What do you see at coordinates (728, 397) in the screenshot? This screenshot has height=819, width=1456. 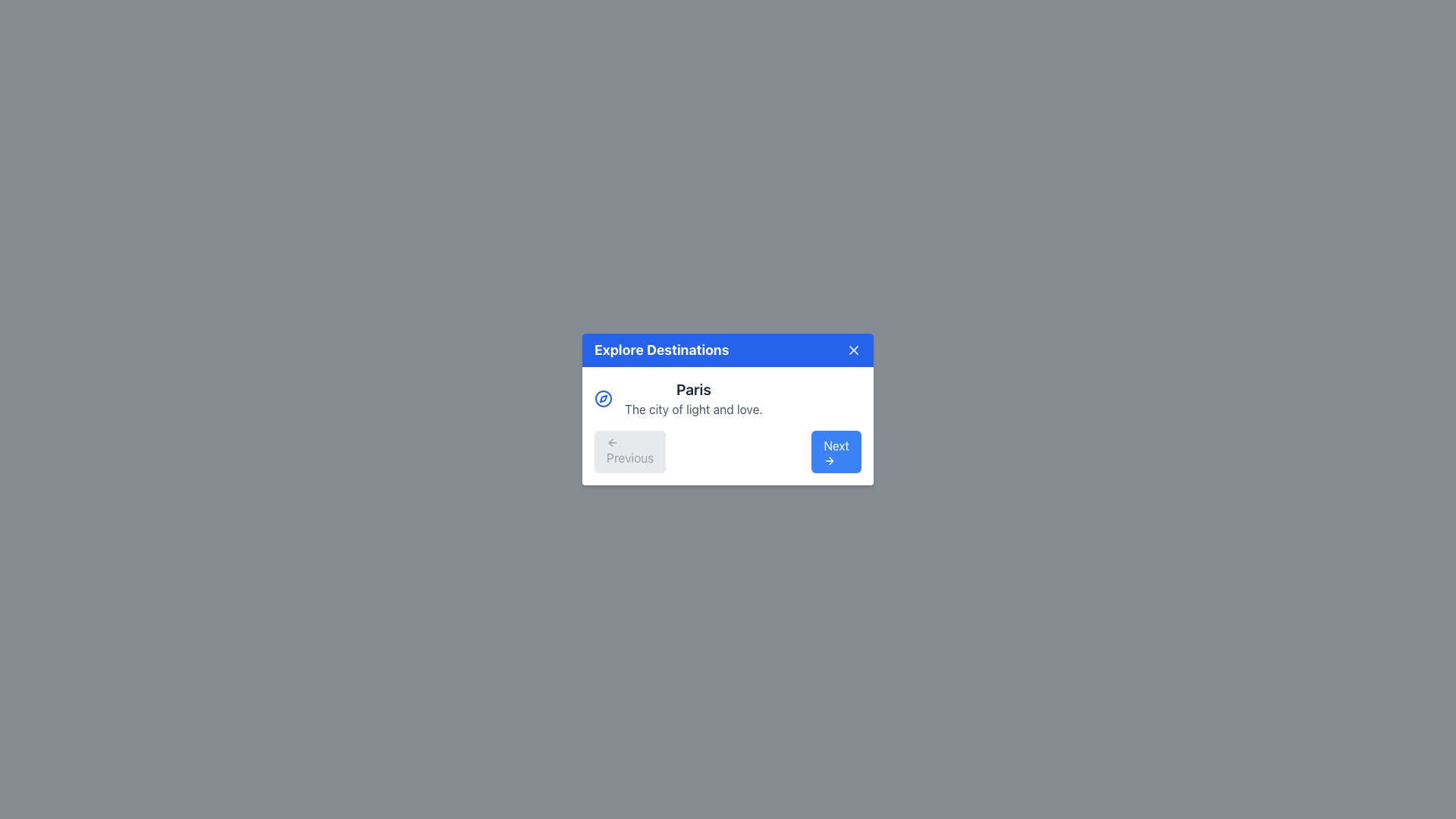 I see `informational text element titled 'Paris', which includes a bold heading and a smaller description, located in the 'Explore Destinations' card` at bounding box center [728, 397].